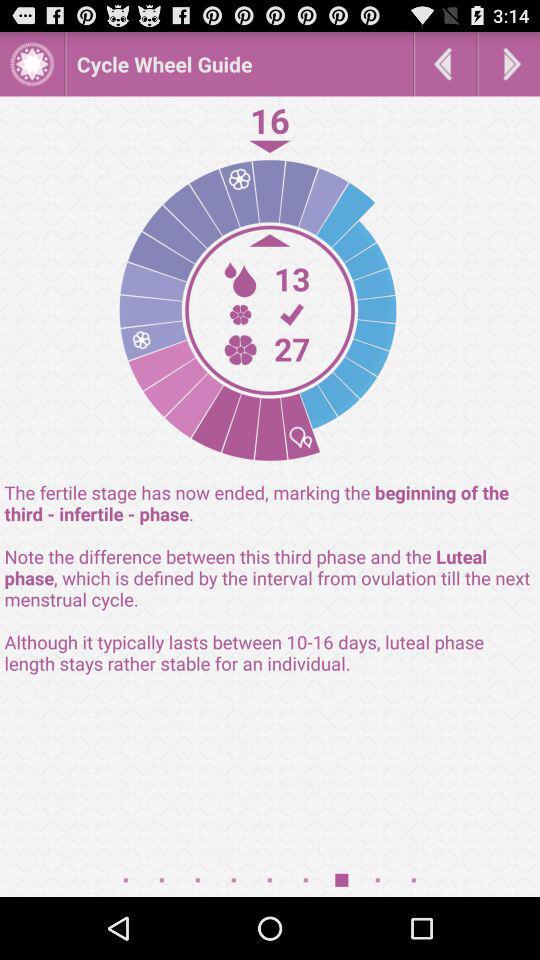  I want to click on go back, so click(445, 63).